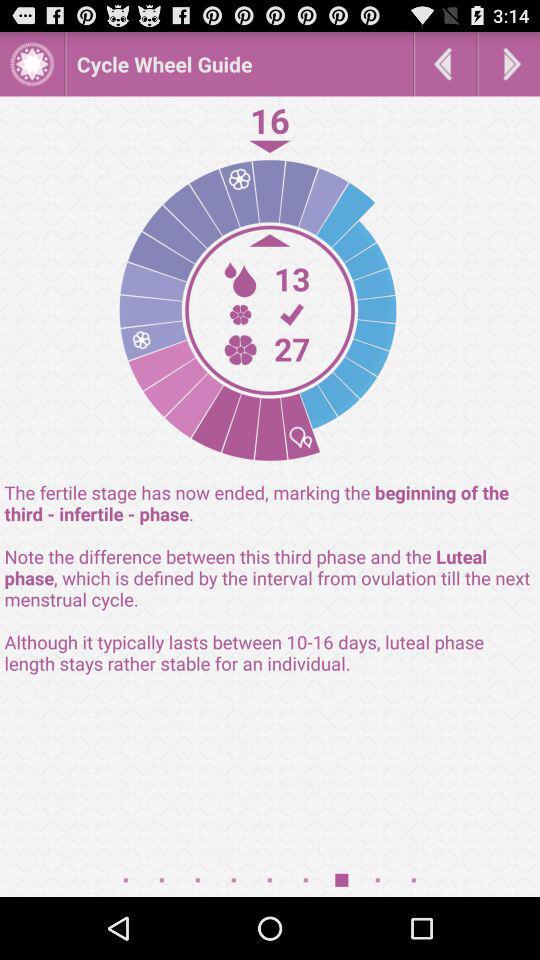  I want to click on go back, so click(445, 63).